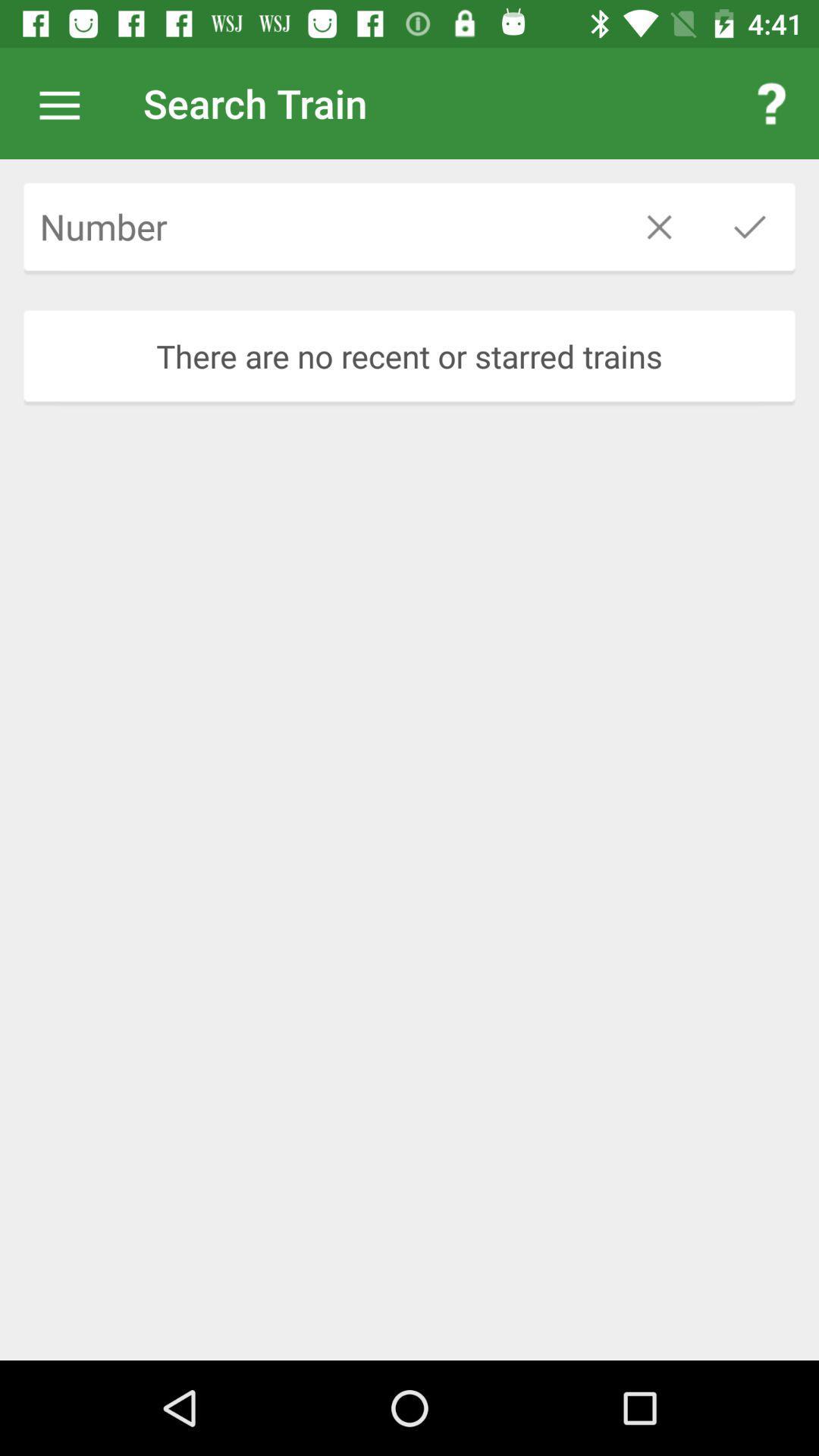  I want to click on item next to search train, so click(67, 102).